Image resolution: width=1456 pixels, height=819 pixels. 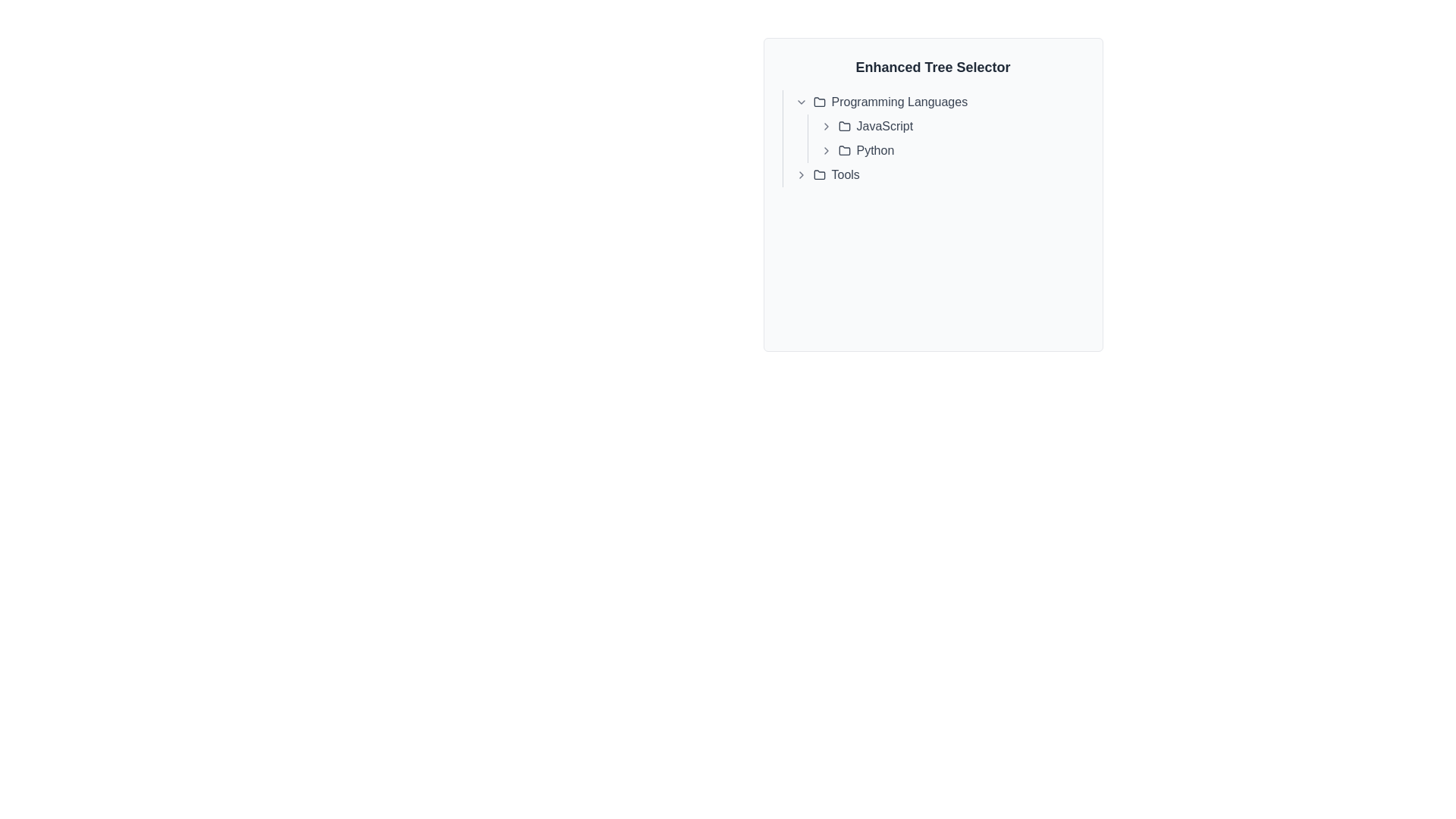 What do you see at coordinates (800, 174) in the screenshot?
I see `the right-pointing chevron icon button` at bounding box center [800, 174].